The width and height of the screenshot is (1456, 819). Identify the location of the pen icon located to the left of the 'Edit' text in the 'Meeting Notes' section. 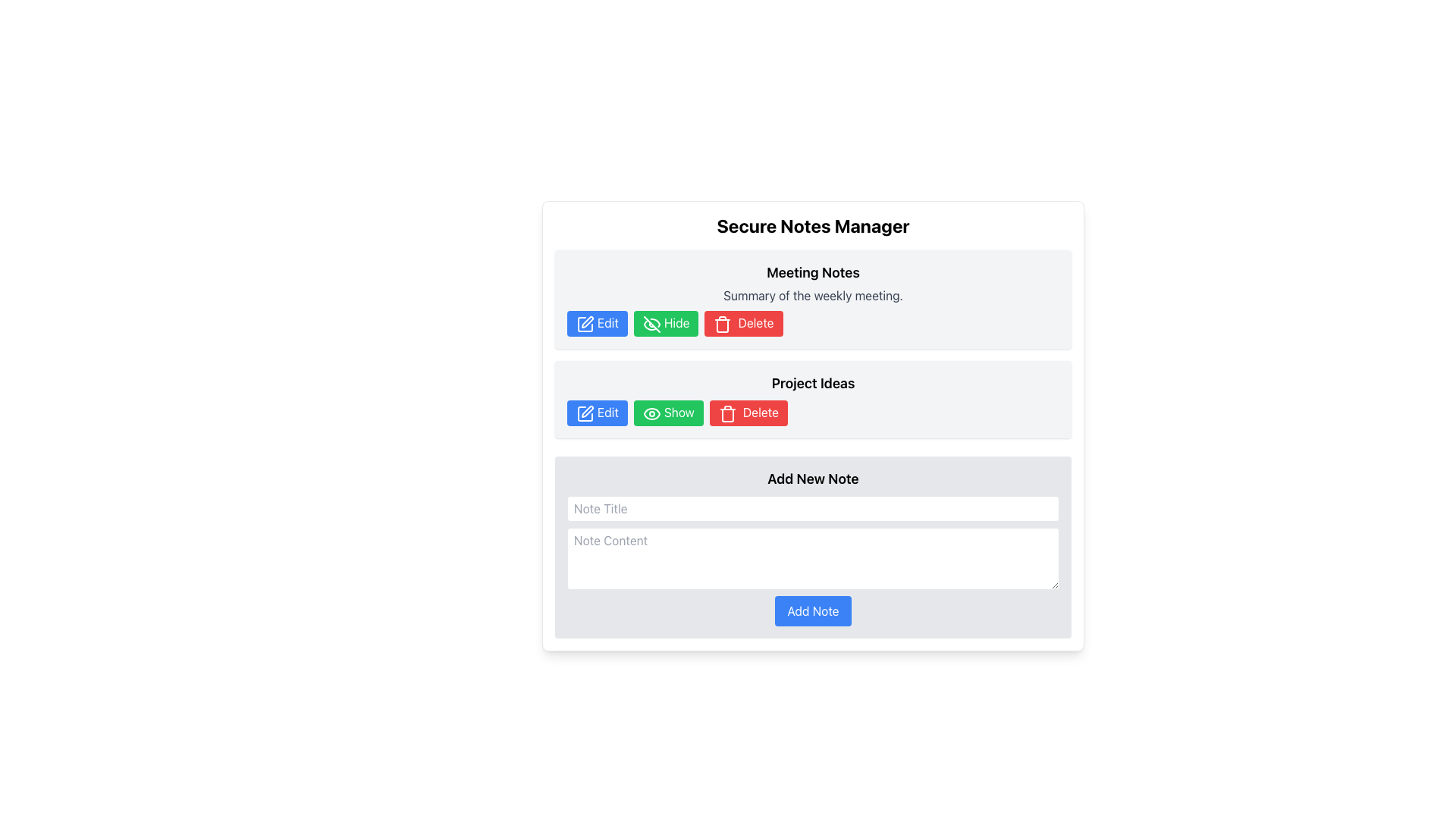
(585, 413).